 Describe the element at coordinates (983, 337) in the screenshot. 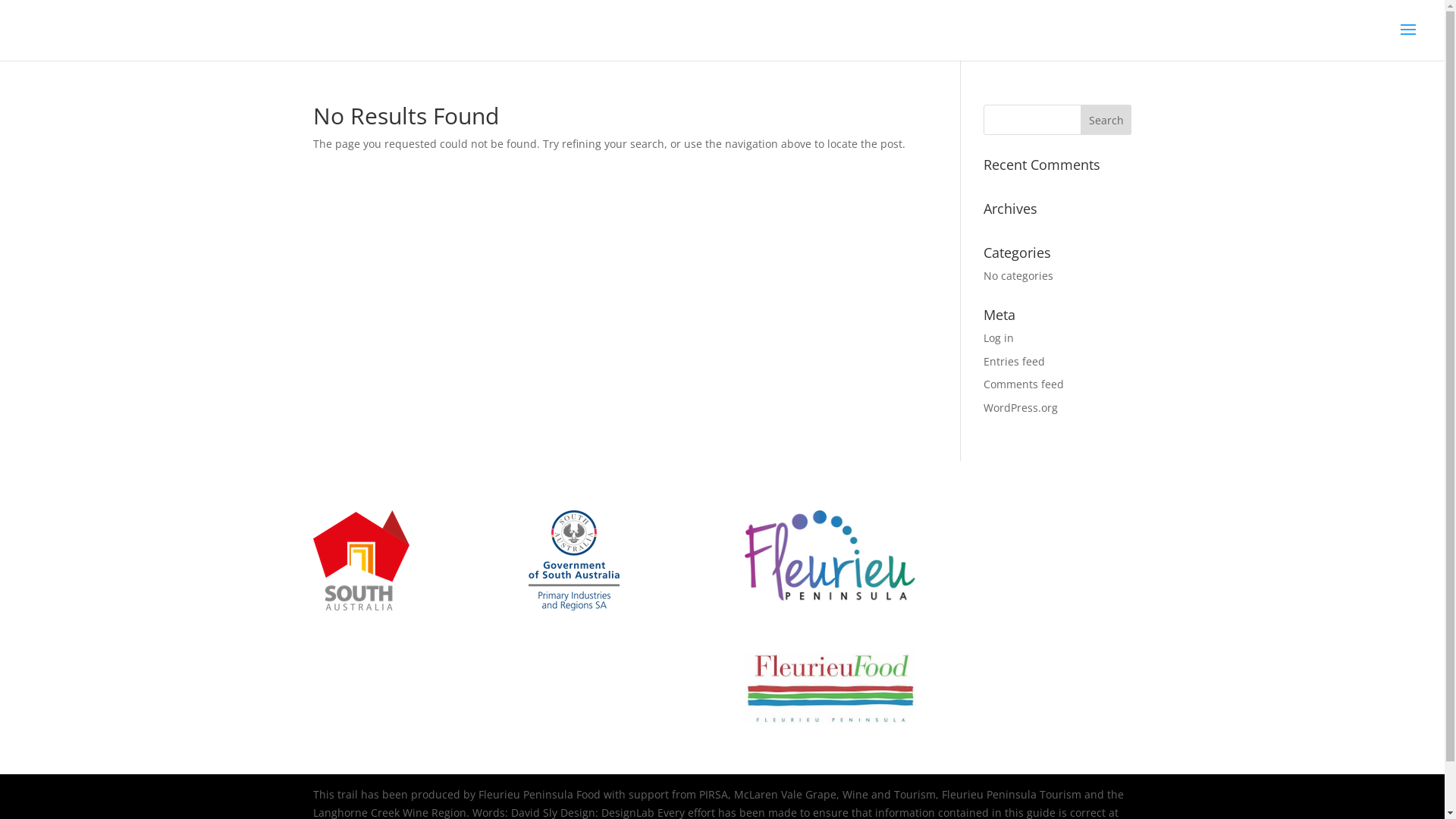

I see `'Log in'` at that location.